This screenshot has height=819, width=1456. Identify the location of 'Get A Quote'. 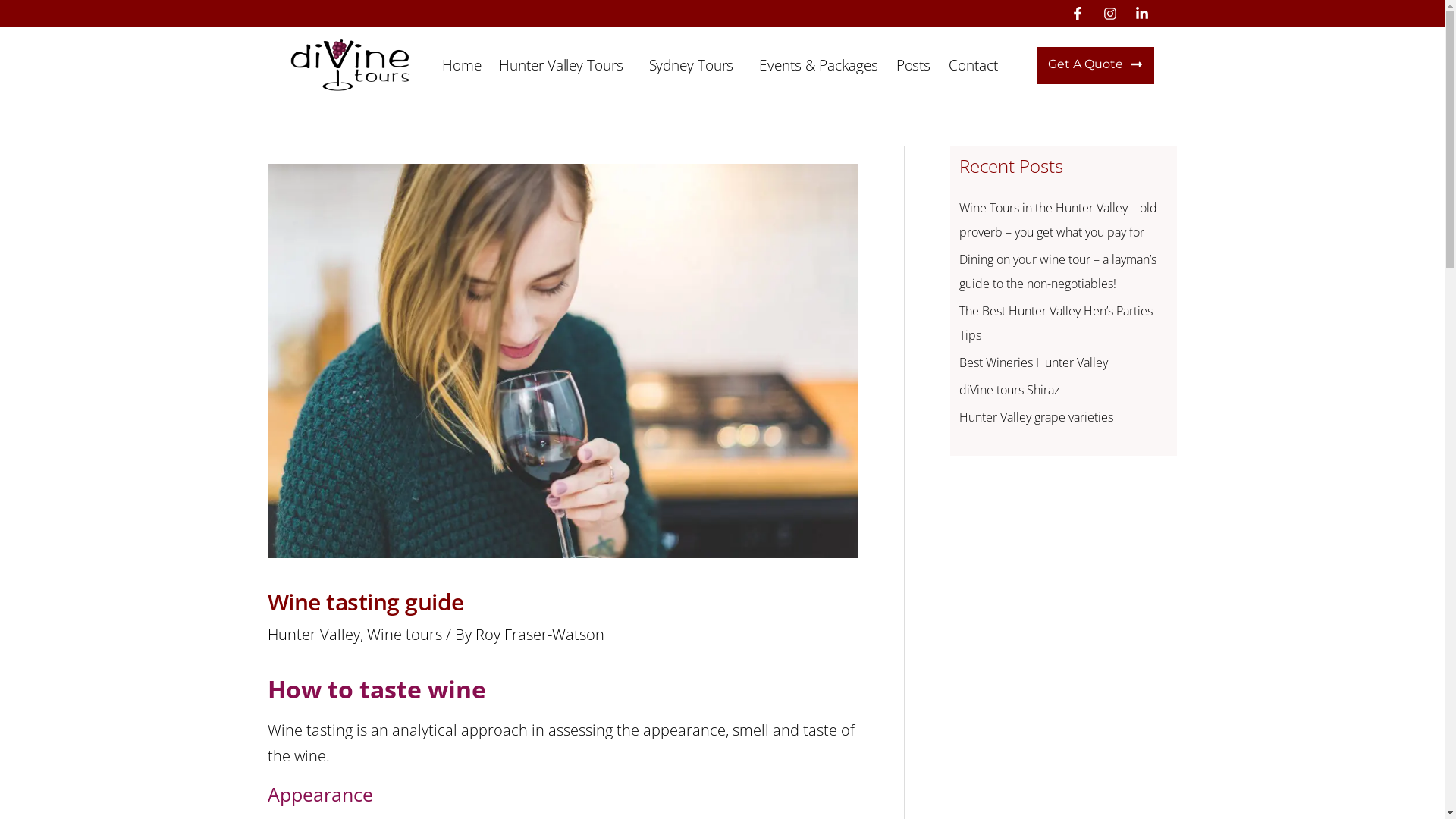
(1036, 64).